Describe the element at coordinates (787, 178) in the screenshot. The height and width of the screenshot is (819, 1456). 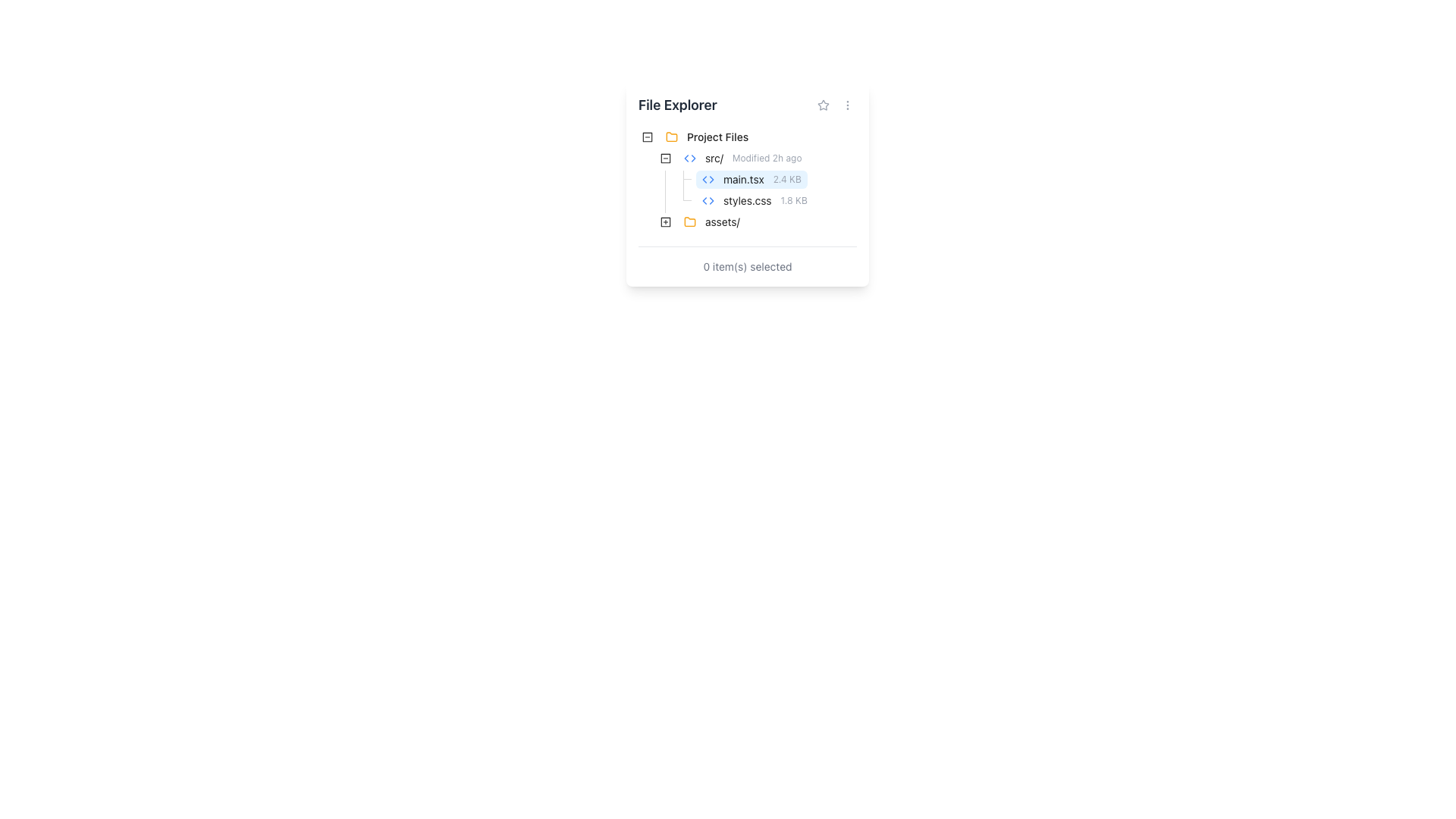
I see `the metadata text element that displays the file size of 'main.tsx', located to the right of the 'main.tsx' label in the file explorer interface` at that location.